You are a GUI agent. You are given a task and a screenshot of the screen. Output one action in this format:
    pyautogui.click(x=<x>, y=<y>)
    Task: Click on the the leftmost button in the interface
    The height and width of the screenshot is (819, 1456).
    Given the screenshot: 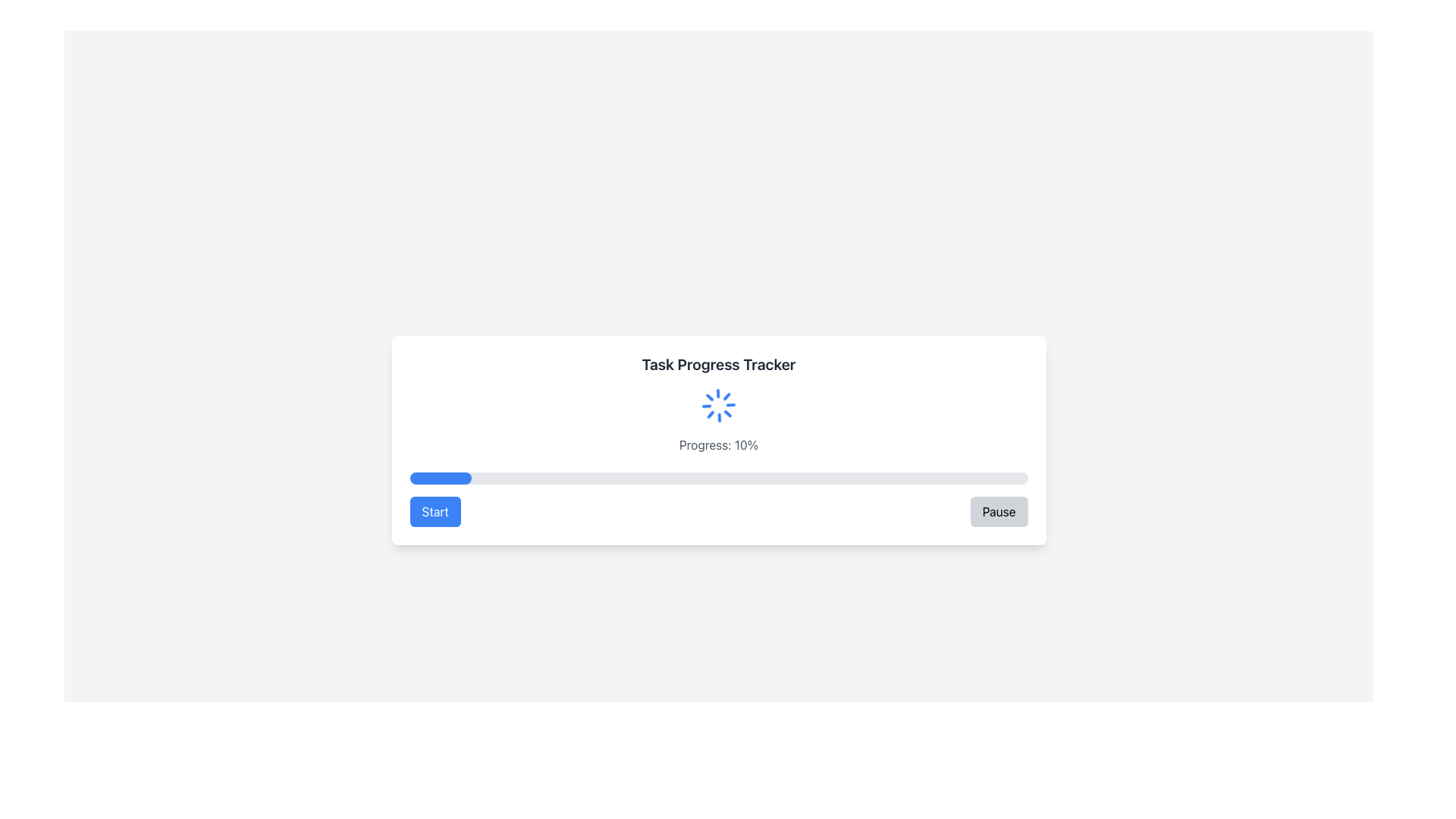 What is the action you would take?
    pyautogui.click(x=435, y=512)
    